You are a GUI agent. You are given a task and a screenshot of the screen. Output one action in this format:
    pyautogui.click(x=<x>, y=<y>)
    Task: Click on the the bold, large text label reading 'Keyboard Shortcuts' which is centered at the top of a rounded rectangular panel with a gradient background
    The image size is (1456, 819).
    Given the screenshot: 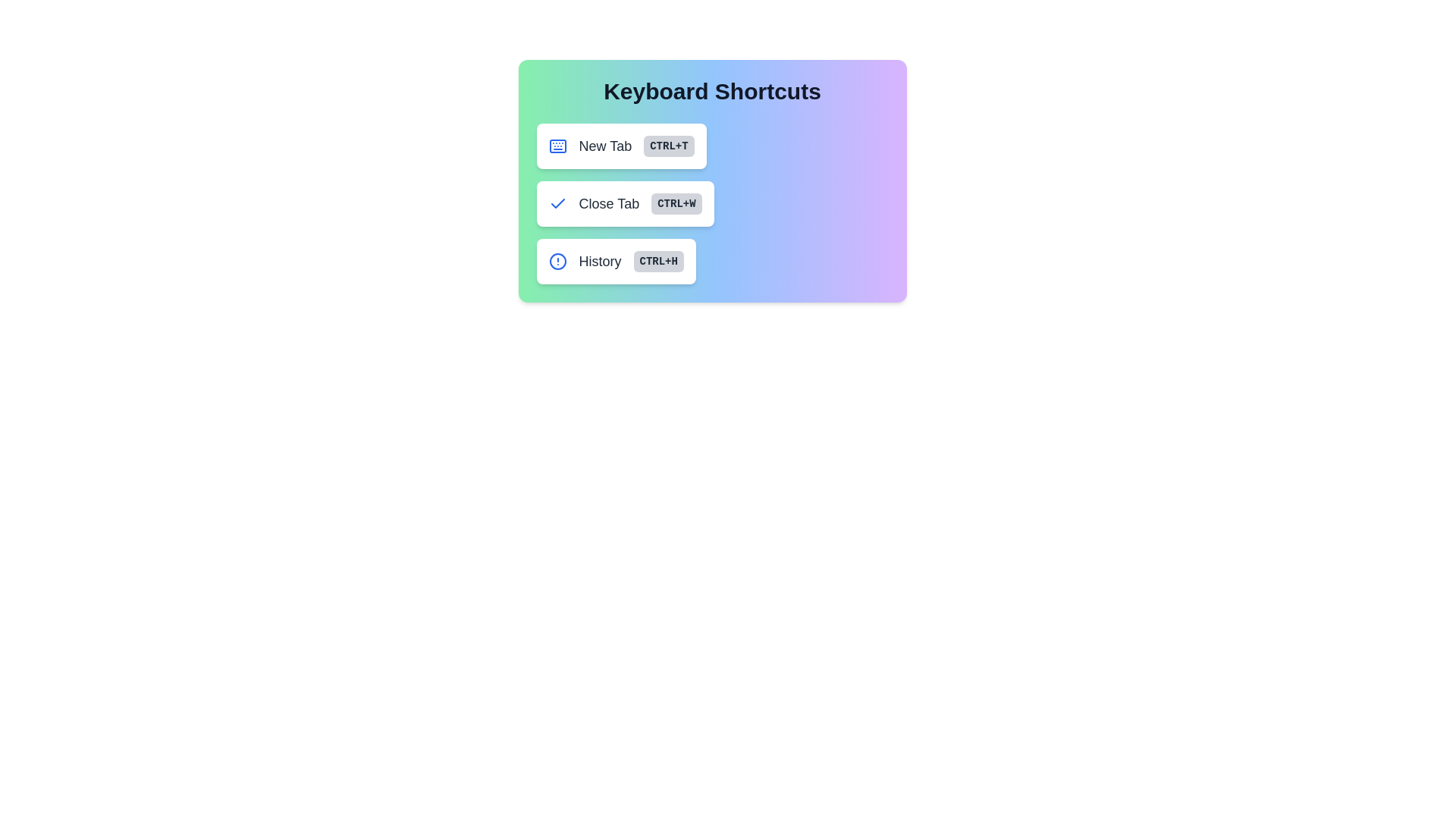 What is the action you would take?
    pyautogui.click(x=711, y=91)
    